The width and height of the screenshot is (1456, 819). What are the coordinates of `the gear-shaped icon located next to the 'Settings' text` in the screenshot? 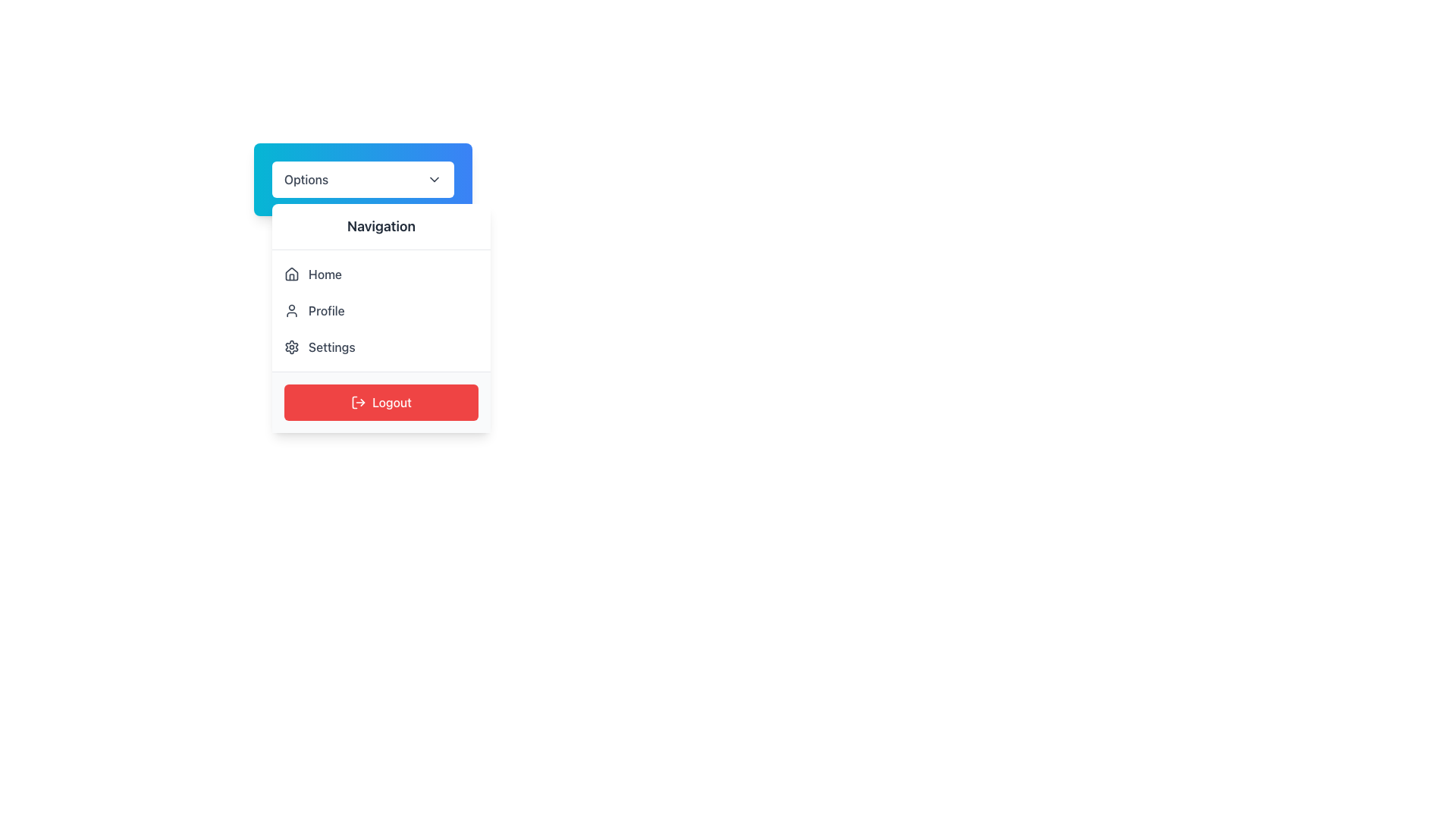 It's located at (291, 347).